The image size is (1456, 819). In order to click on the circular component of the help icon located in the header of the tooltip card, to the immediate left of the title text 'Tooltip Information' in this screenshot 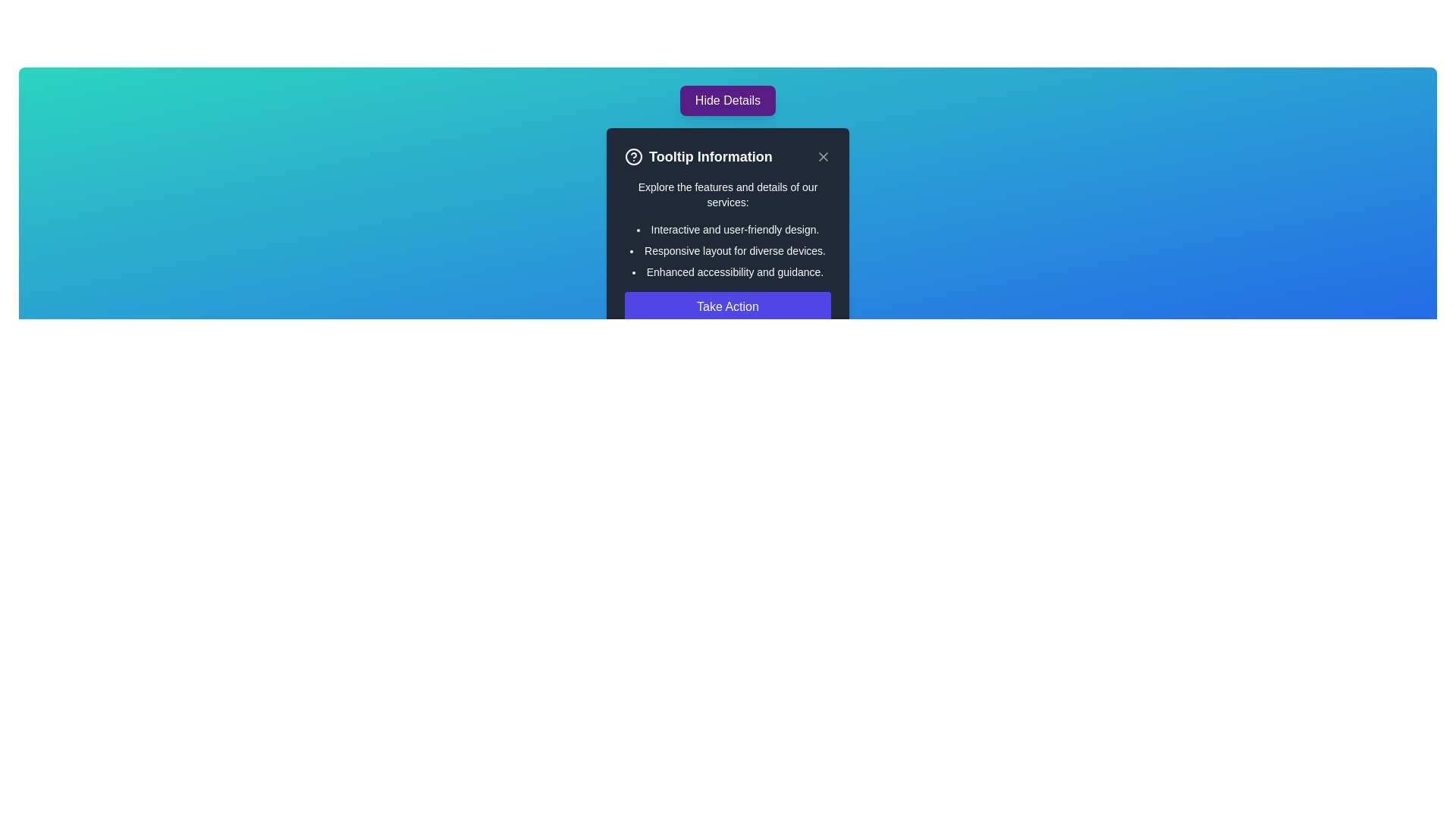, I will do `click(633, 157)`.